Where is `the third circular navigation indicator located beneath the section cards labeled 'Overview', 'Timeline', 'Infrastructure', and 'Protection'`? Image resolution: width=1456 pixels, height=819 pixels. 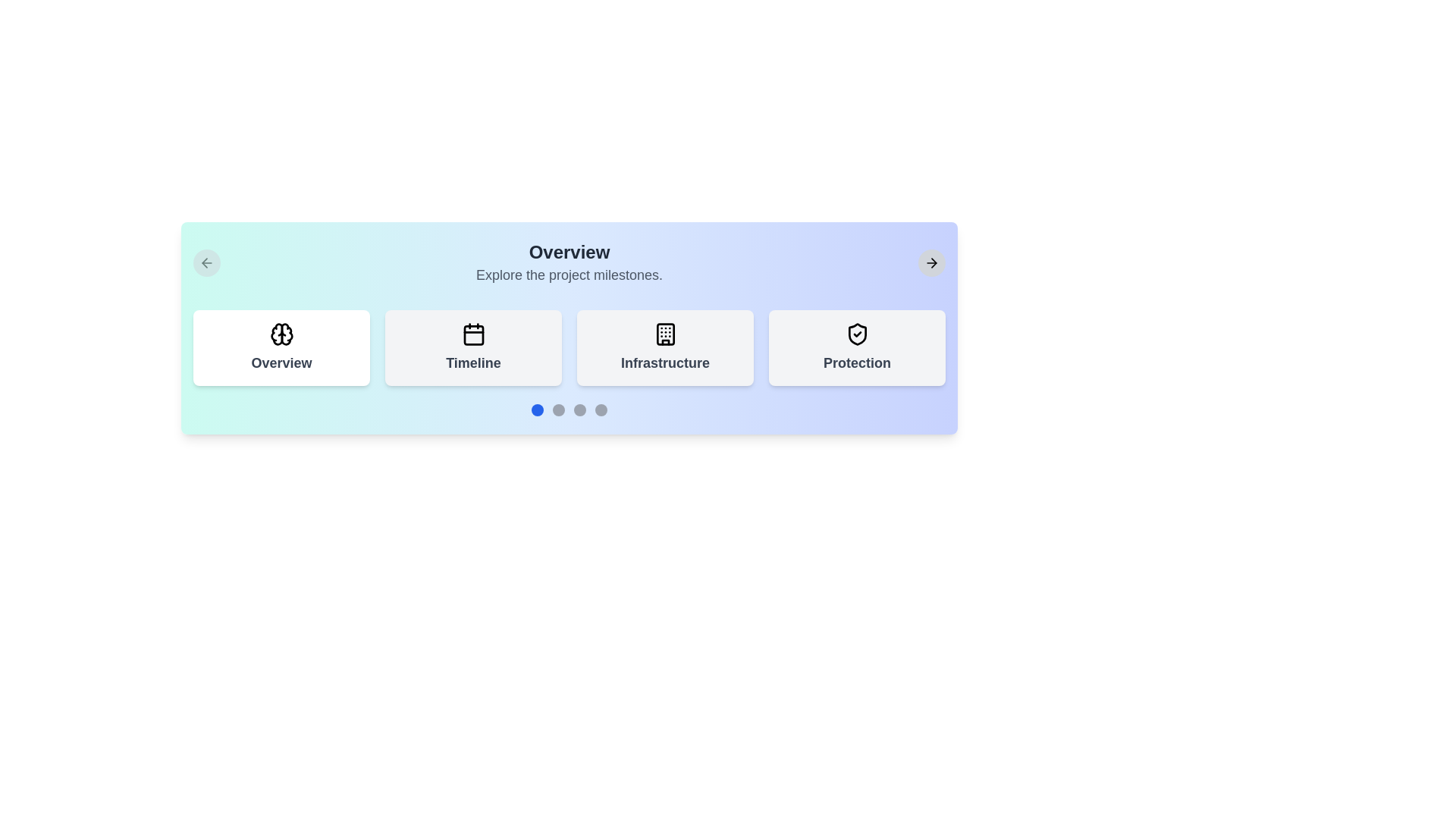
the third circular navigation indicator located beneath the section cards labeled 'Overview', 'Timeline', 'Infrastructure', and 'Protection' is located at coordinates (579, 409).